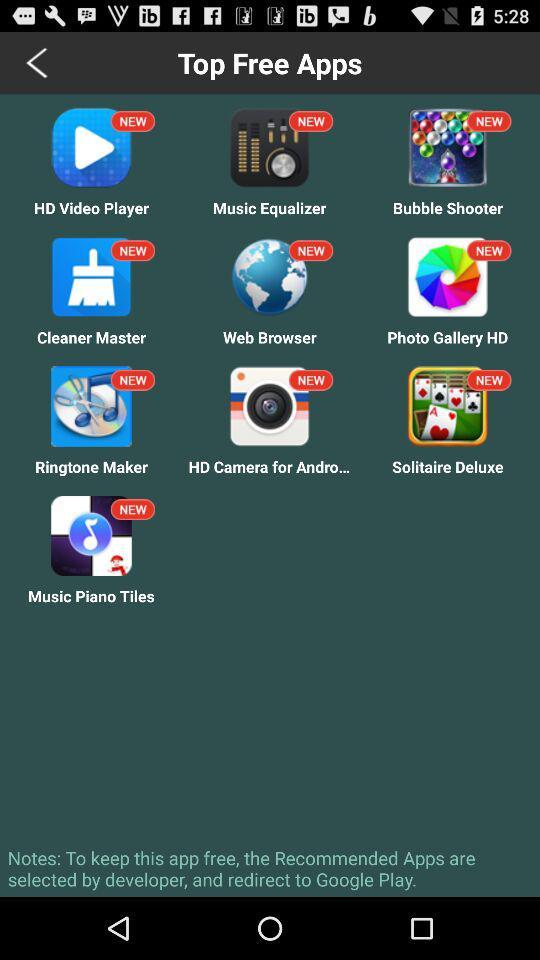  Describe the element at coordinates (38, 62) in the screenshot. I see `go back` at that location.